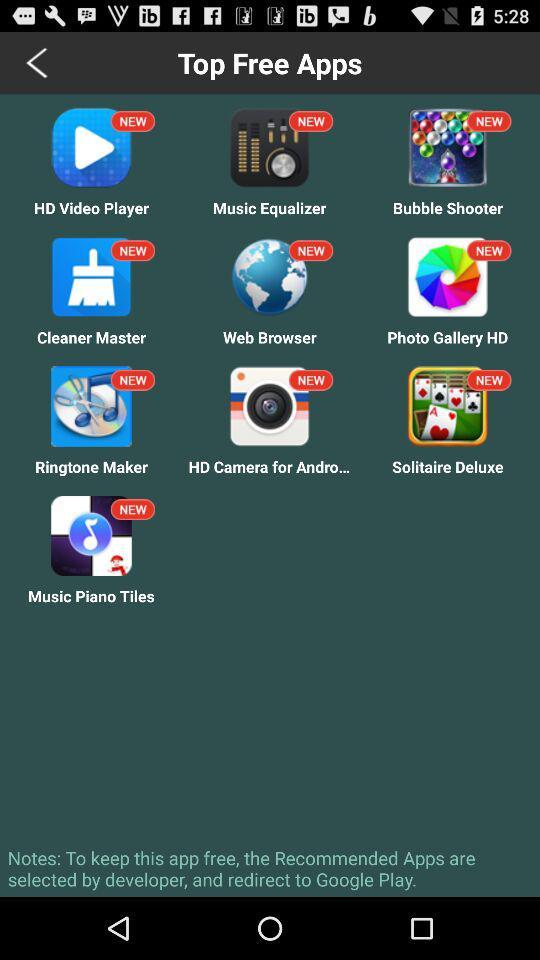  Describe the element at coordinates (38, 62) in the screenshot. I see `go back` at that location.